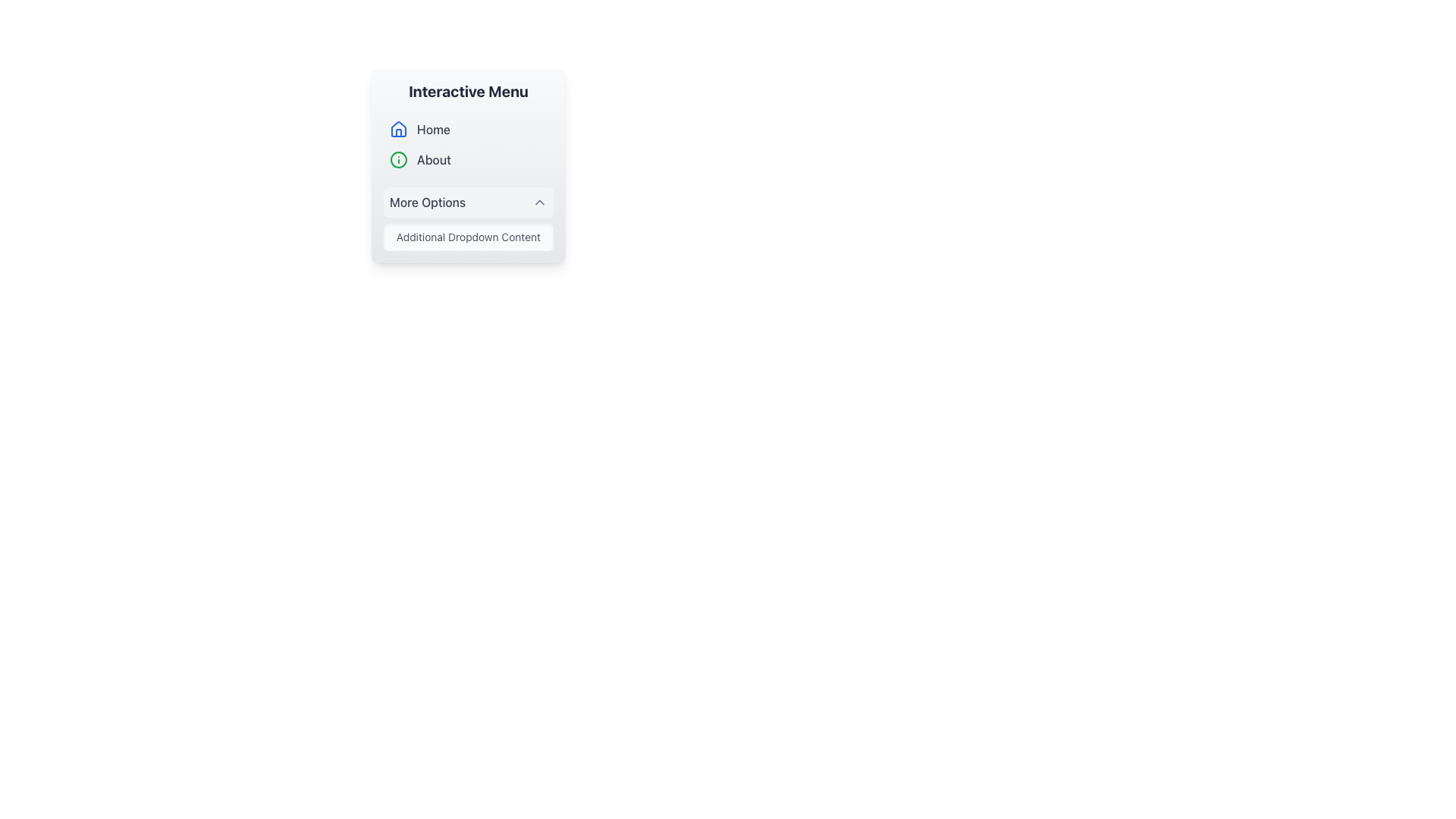 This screenshot has height=819, width=1456. What do you see at coordinates (468, 128) in the screenshot?
I see `the navigational link at the top of the vertical menu structure` at bounding box center [468, 128].